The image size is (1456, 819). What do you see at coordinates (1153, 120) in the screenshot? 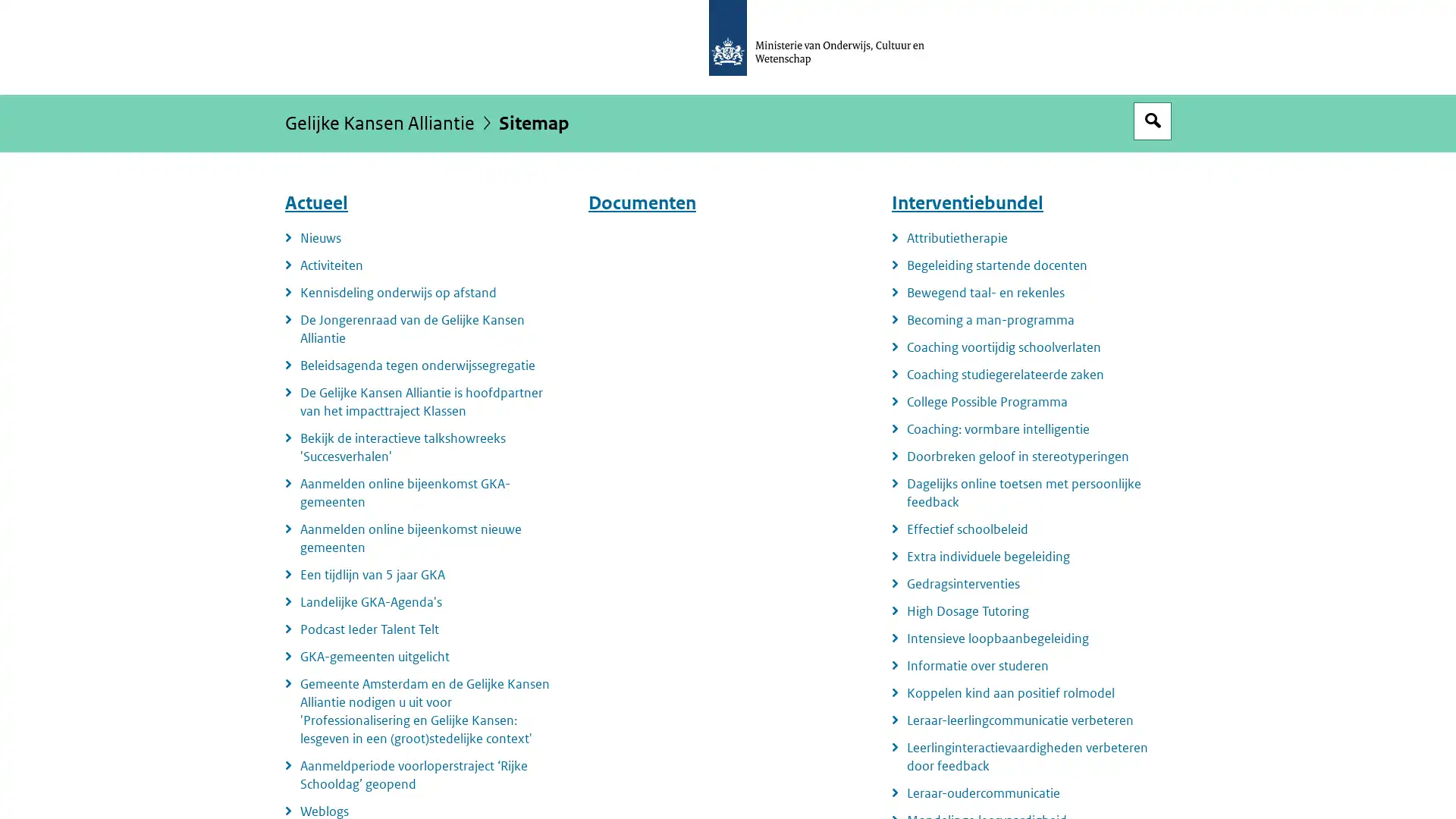
I see `Open zoekveld` at bounding box center [1153, 120].